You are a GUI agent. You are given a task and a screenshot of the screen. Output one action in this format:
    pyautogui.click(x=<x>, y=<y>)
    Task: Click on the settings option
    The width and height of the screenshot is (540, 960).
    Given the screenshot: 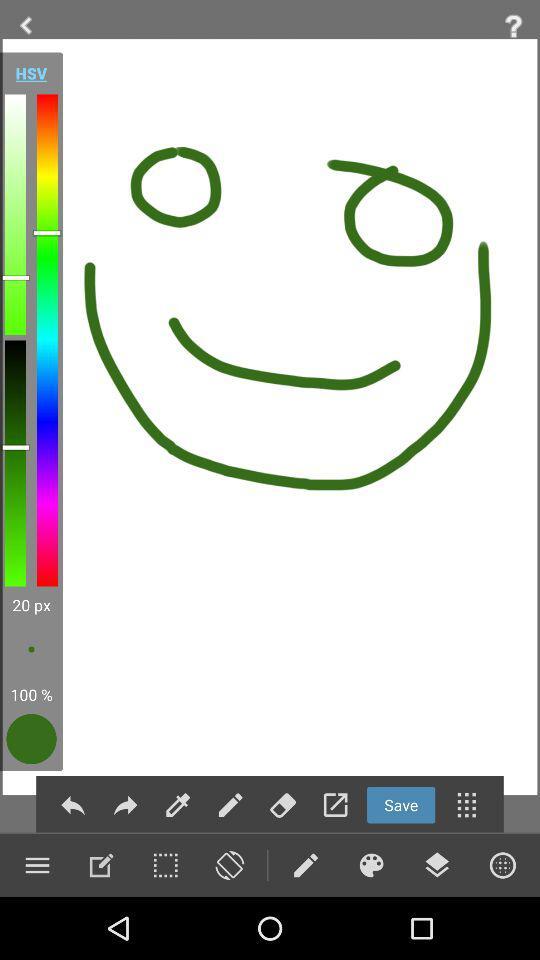 What is the action you would take?
    pyautogui.click(x=37, y=864)
    